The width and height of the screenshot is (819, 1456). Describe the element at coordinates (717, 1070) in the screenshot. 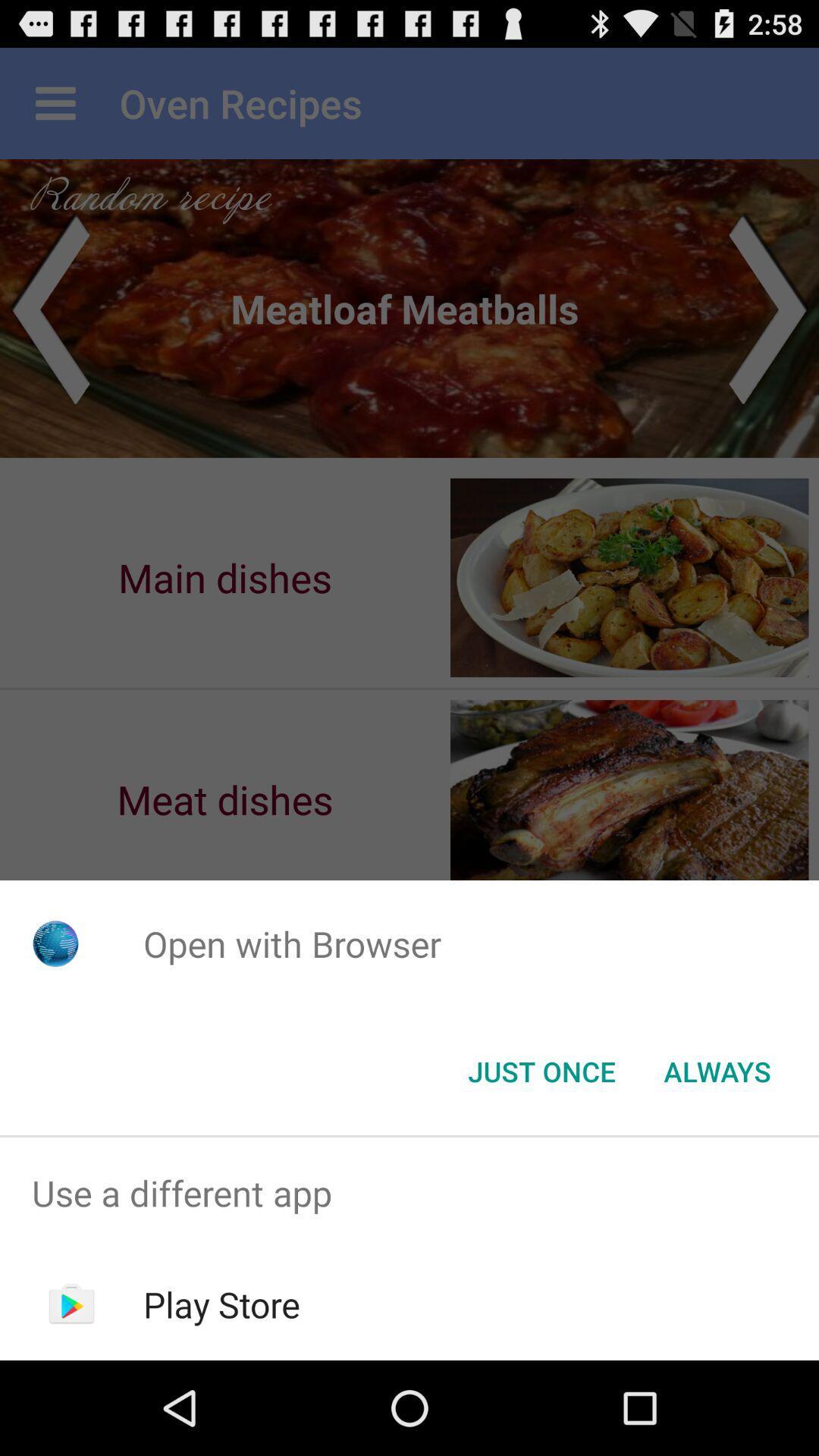

I see `app below the open with browser app` at that location.